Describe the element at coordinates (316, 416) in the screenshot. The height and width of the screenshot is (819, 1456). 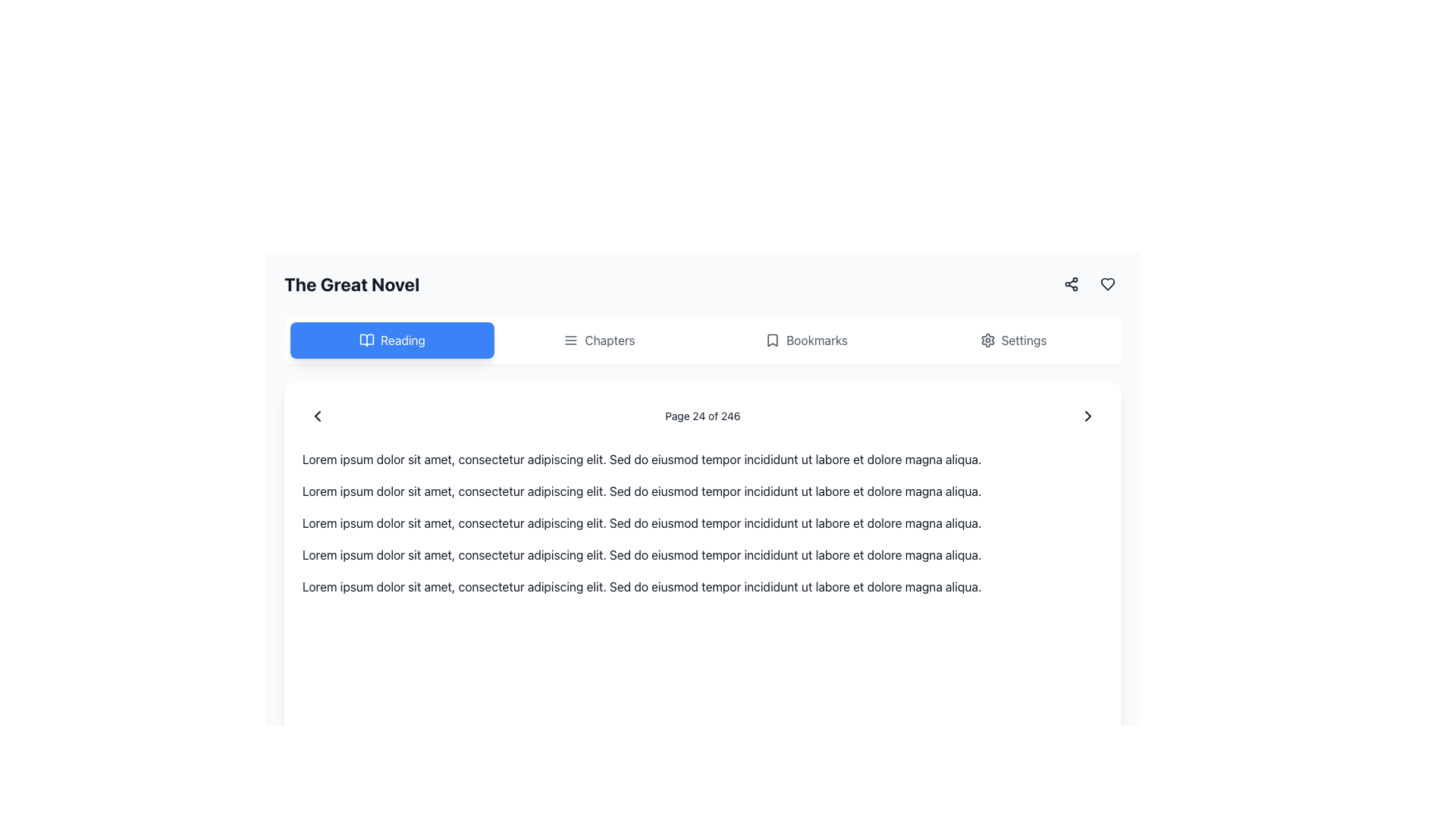
I see `the left chevron SVG icon located in the top-left corner of the reading section` at that location.